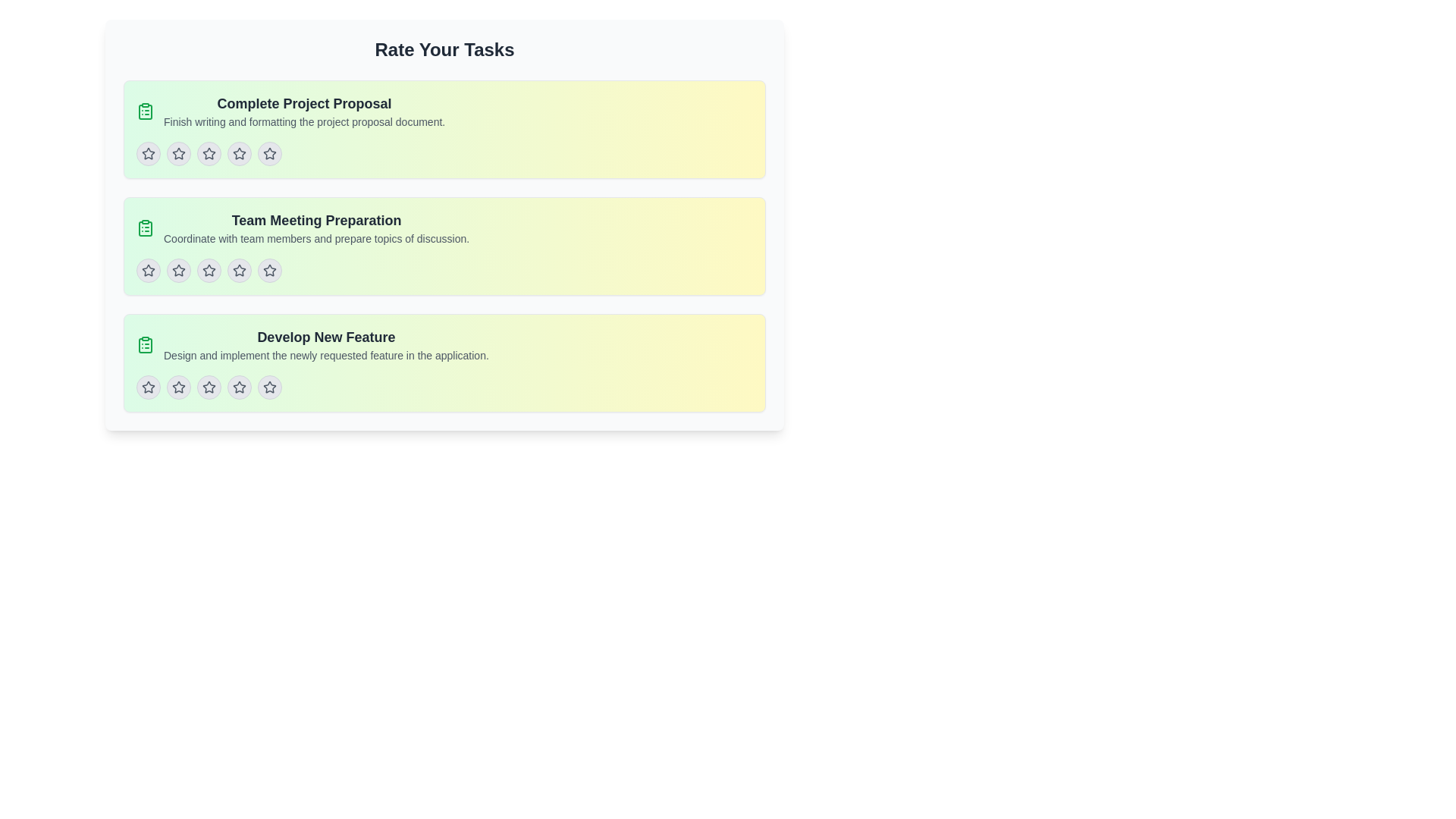 Image resolution: width=1456 pixels, height=819 pixels. I want to click on the third star button in the rating bar of the 'Complete Project Proposal' task card, so click(208, 154).